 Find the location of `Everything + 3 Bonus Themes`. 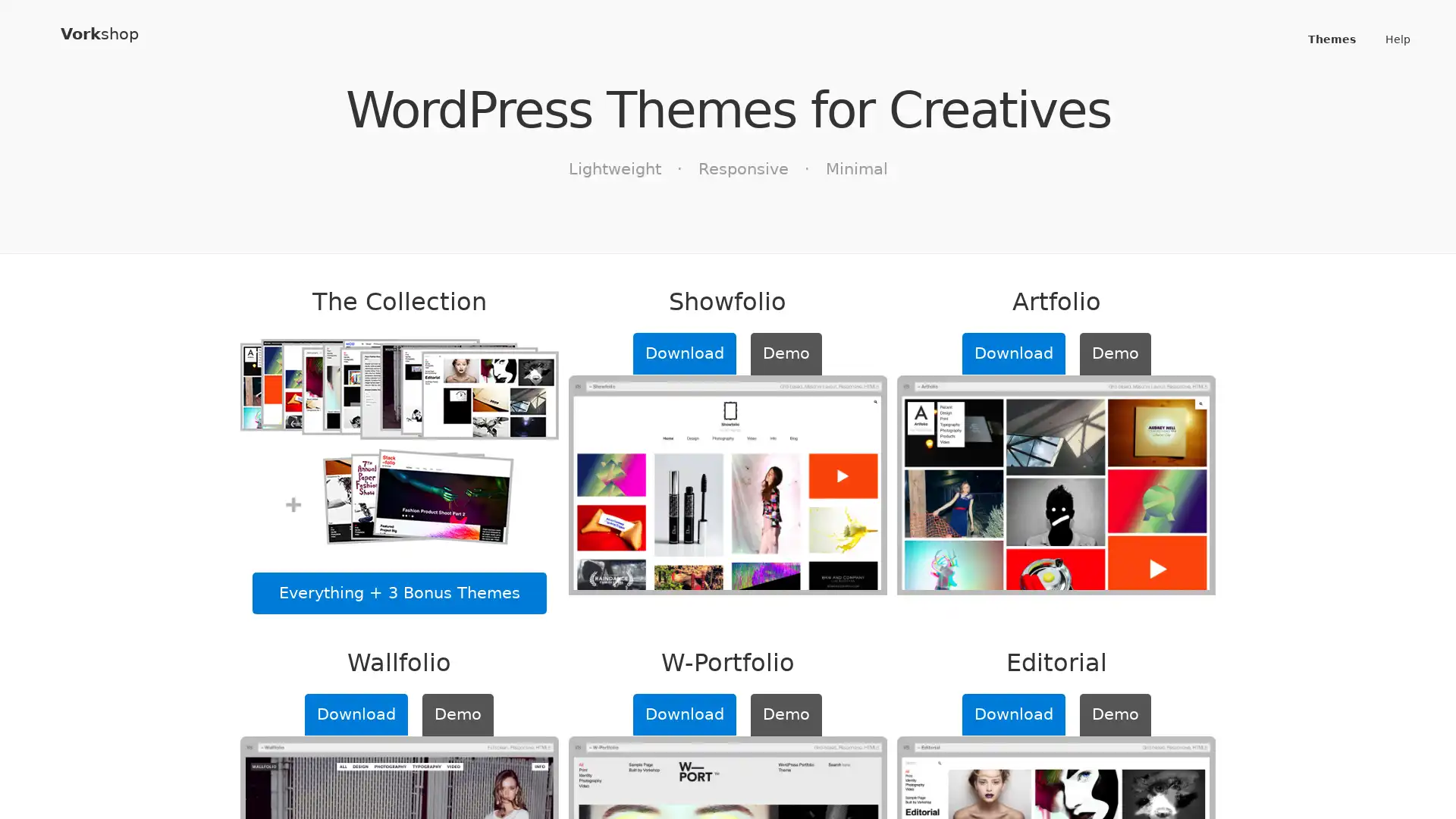

Everything + 3 Bonus Themes is located at coordinates (399, 592).